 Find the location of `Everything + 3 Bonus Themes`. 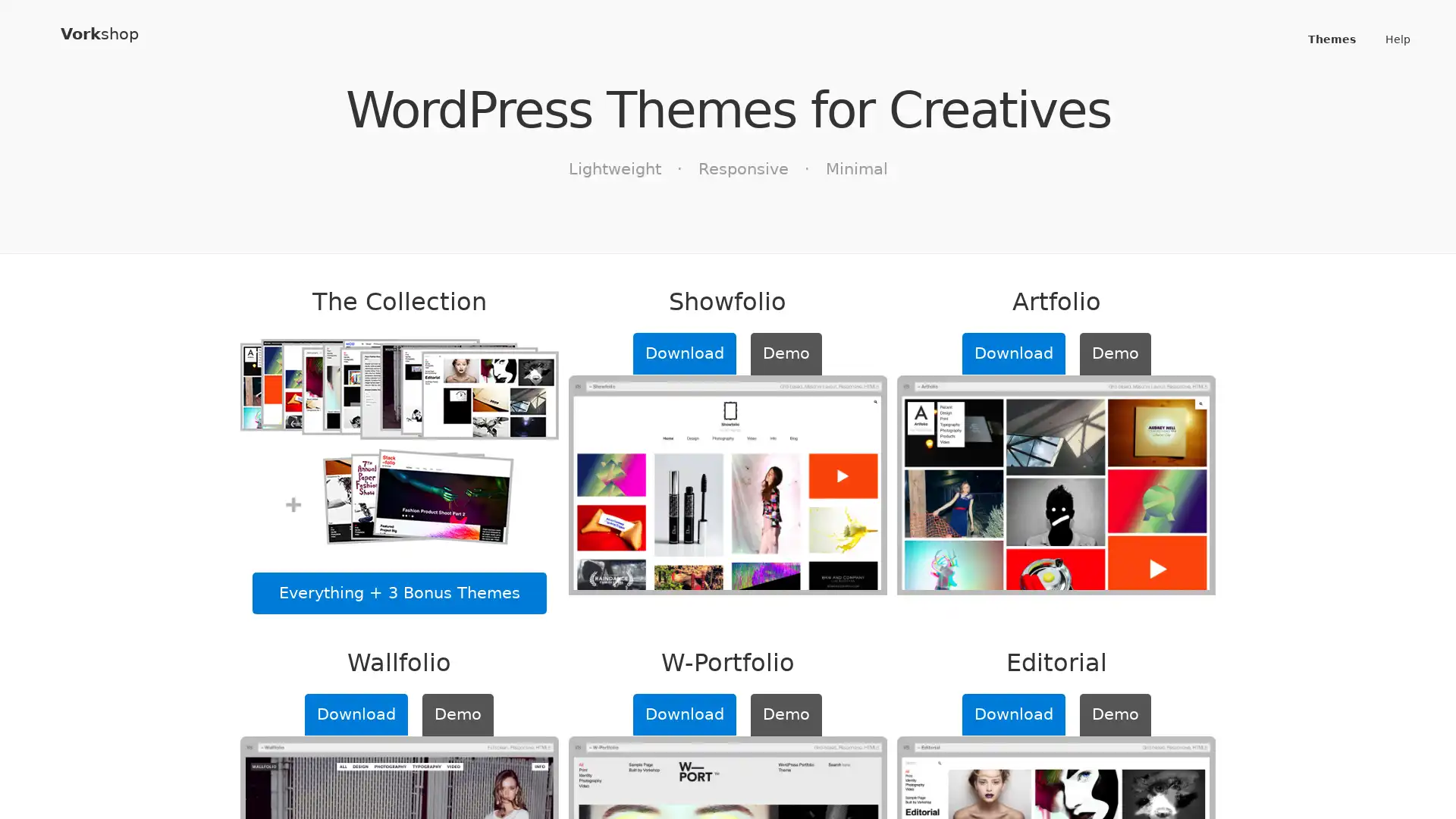

Everything + 3 Bonus Themes is located at coordinates (399, 592).